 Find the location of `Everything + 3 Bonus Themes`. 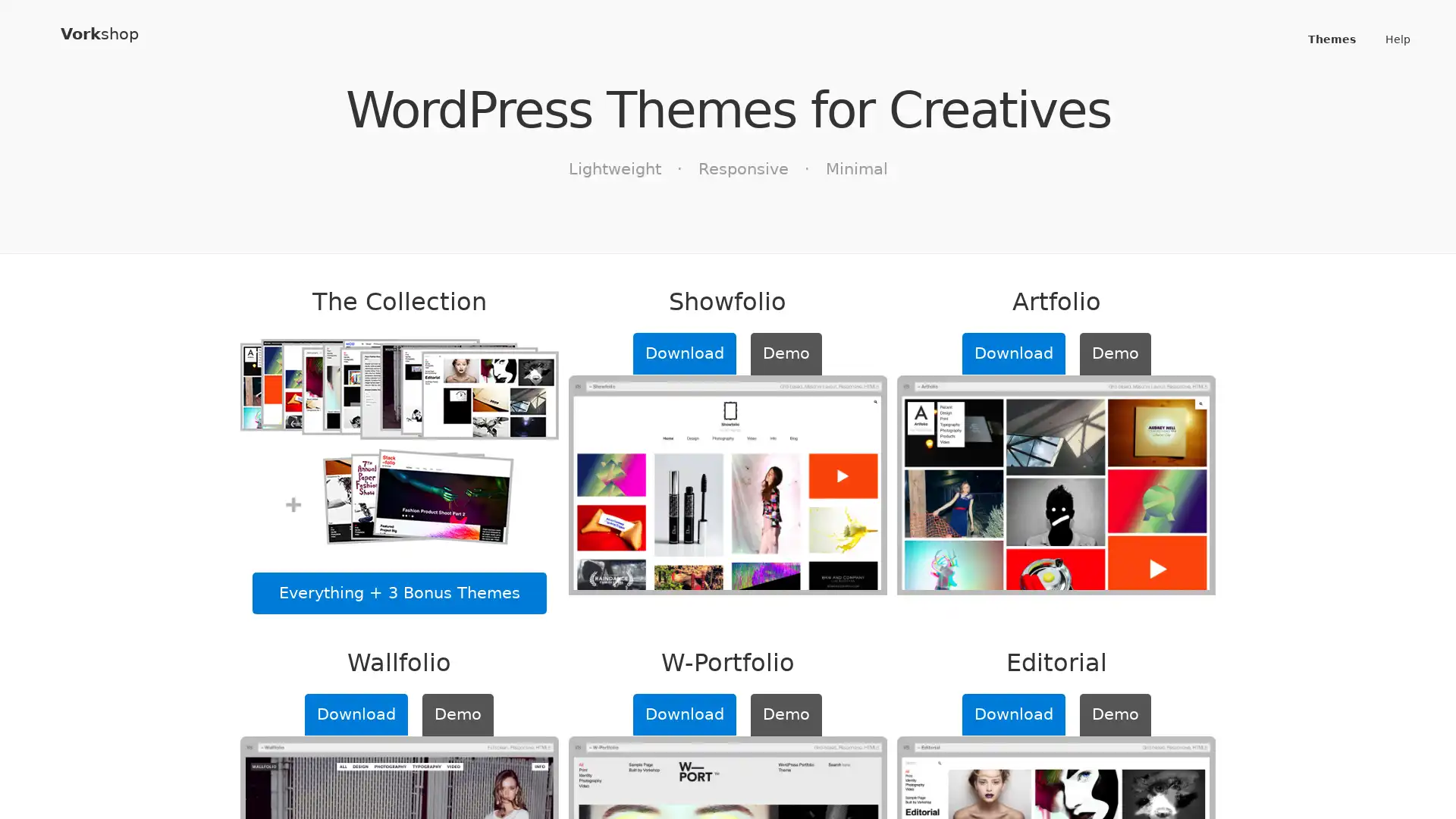

Everything + 3 Bonus Themes is located at coordinates (399, 592).